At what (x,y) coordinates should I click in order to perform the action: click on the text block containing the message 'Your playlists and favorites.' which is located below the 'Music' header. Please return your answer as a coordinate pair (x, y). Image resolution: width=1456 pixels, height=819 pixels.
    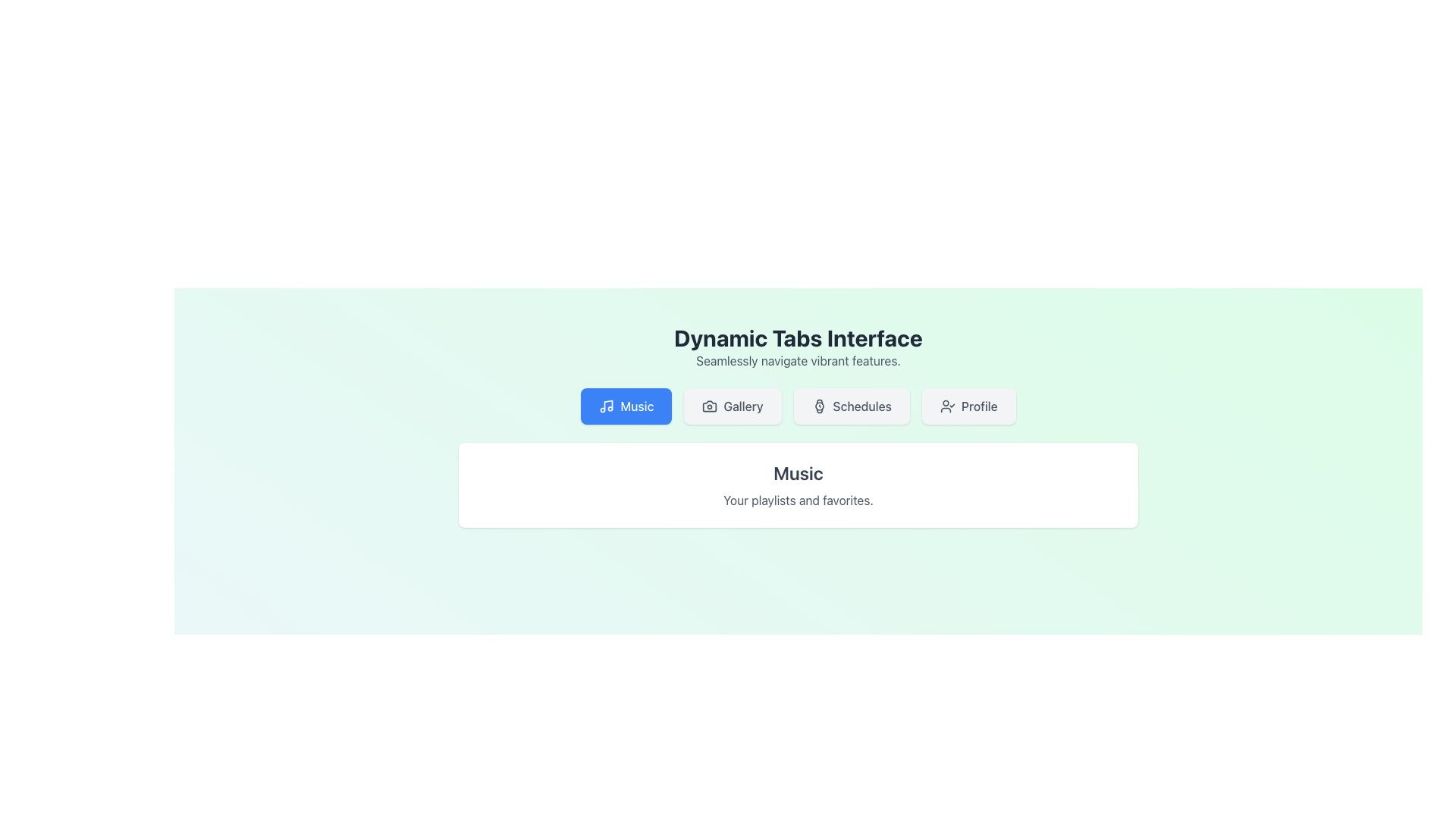
    Looking at the image, I should click on (797, 500).